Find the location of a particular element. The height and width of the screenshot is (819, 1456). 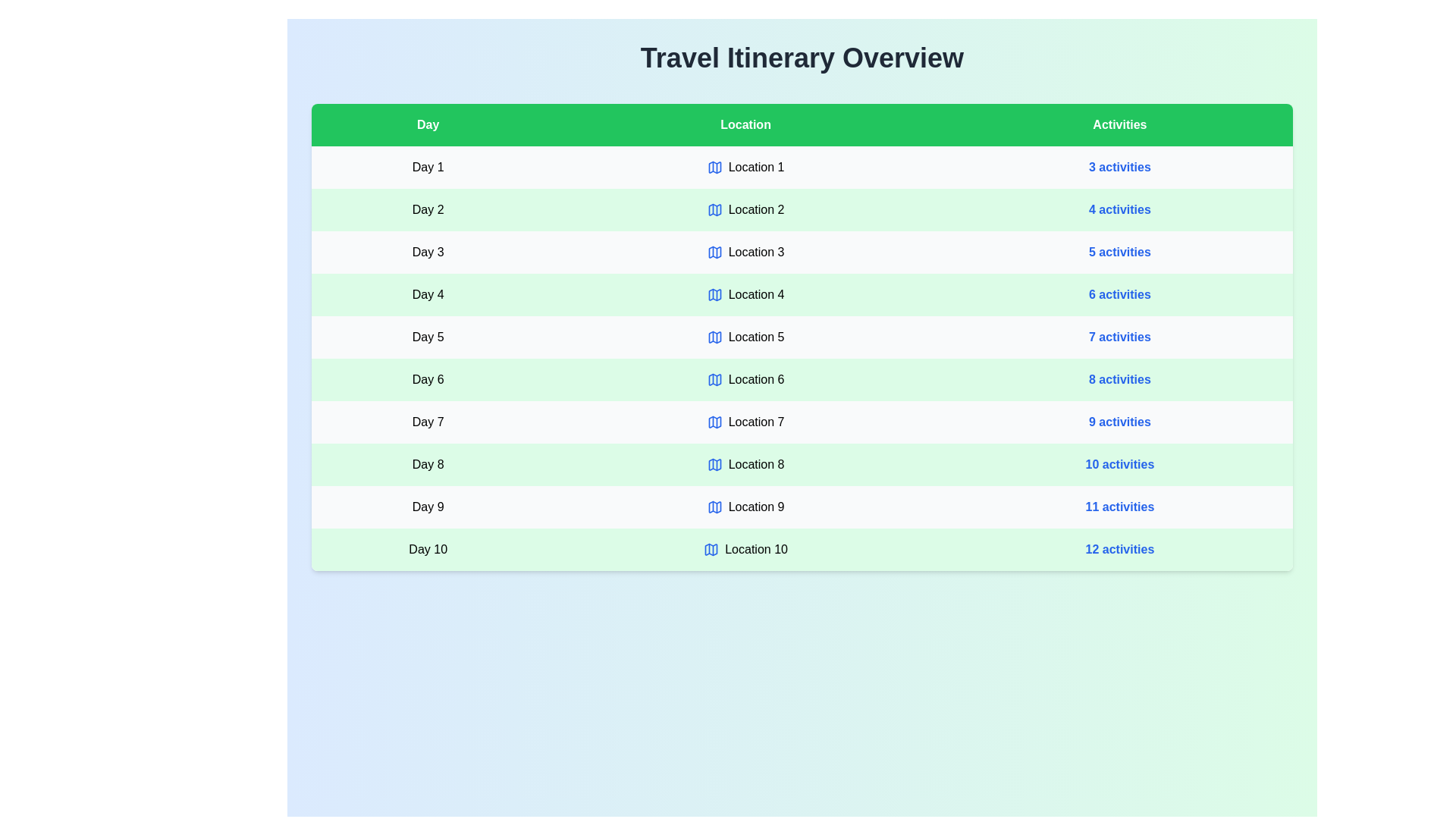

the header of the Activities column to sort the table is located at coordinates (1119, 124).